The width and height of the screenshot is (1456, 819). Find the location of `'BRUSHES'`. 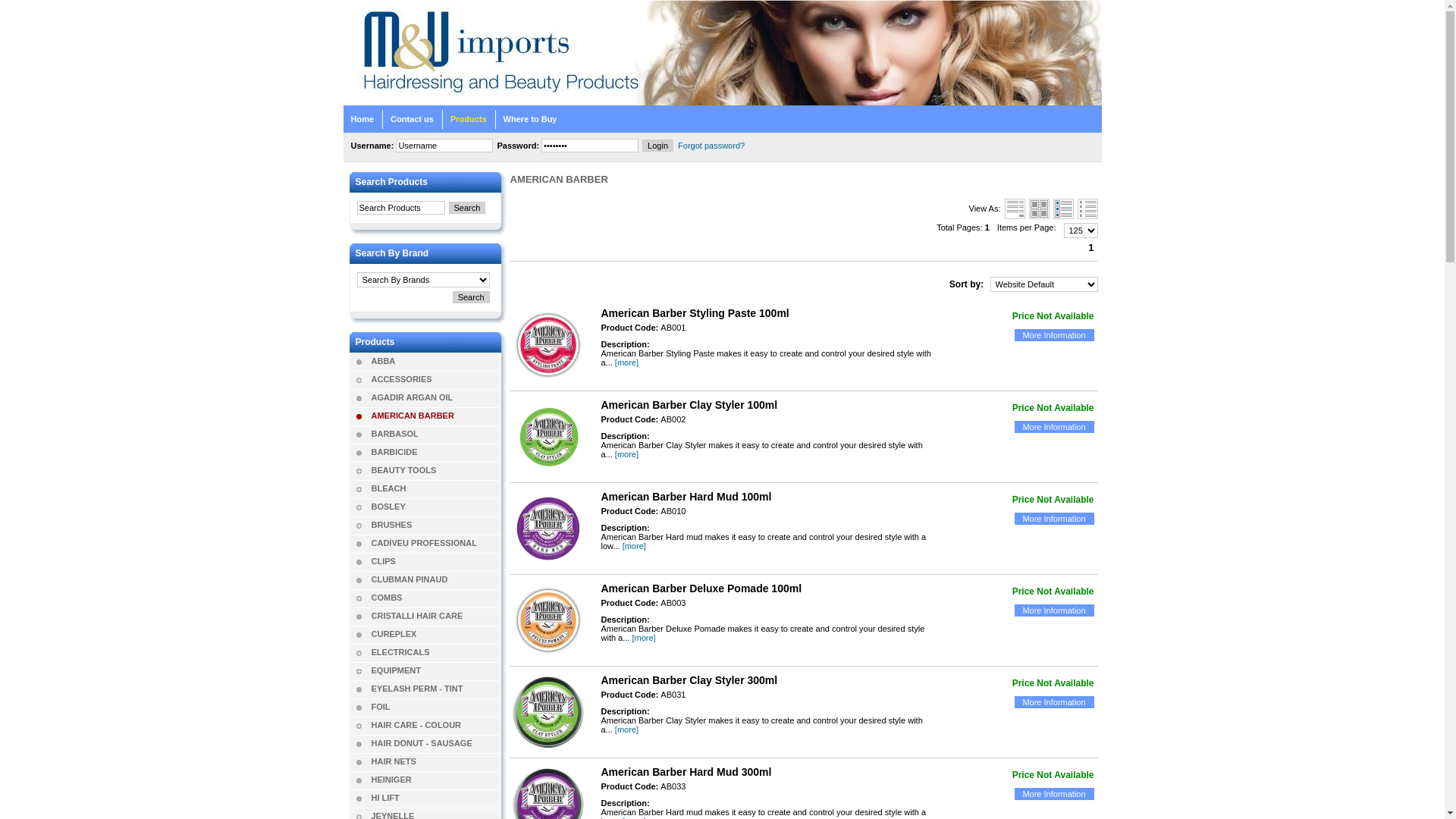

'BRUSHES' is located at coordinates (435, 523).